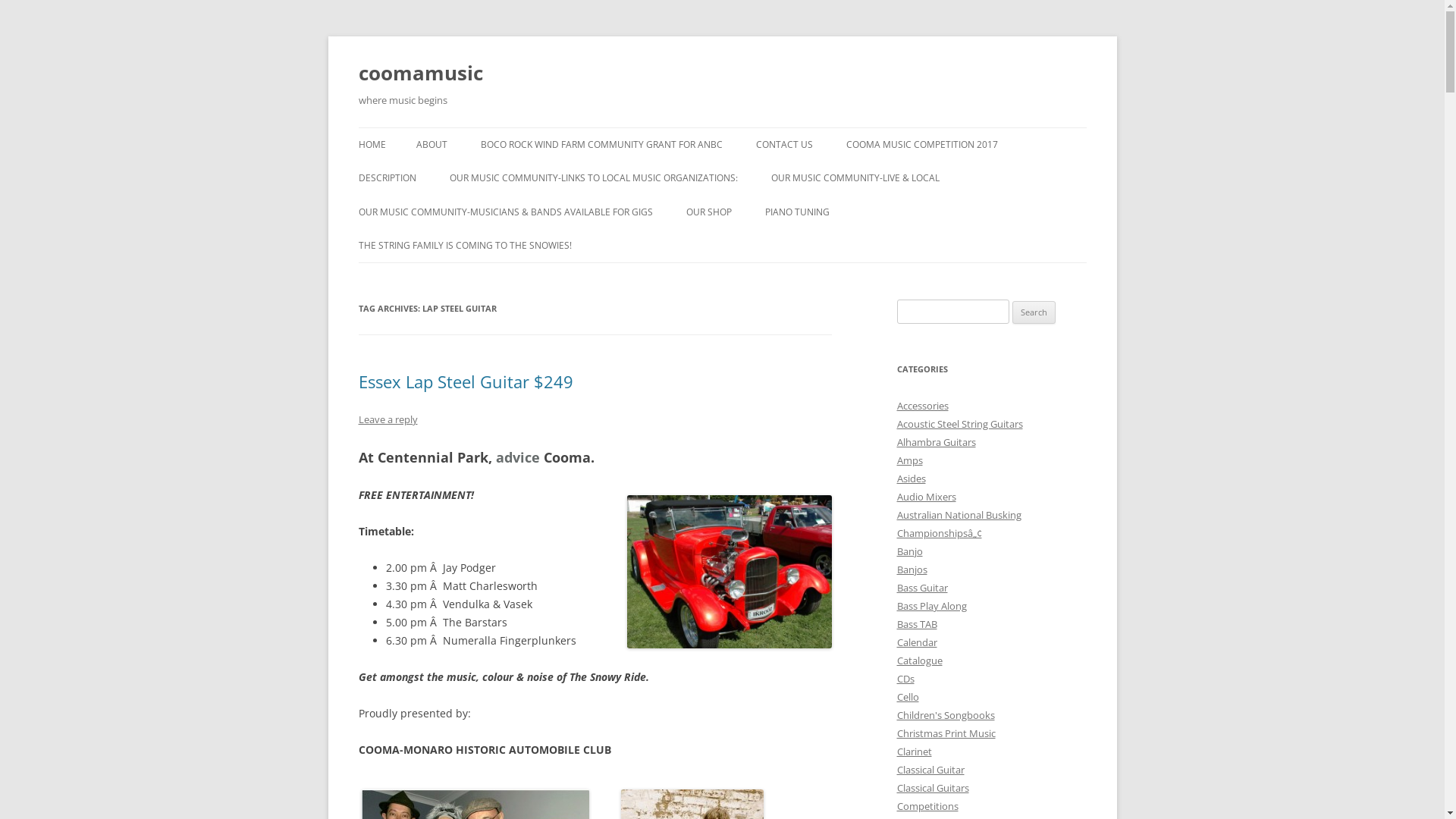 This screenshot has height=819, width=1456. I want to click on 'OUR MUSIC COMMUNITY-LINKS TO LOCAL MUSIC ORGANIZATIONS:', so click(592, 177).